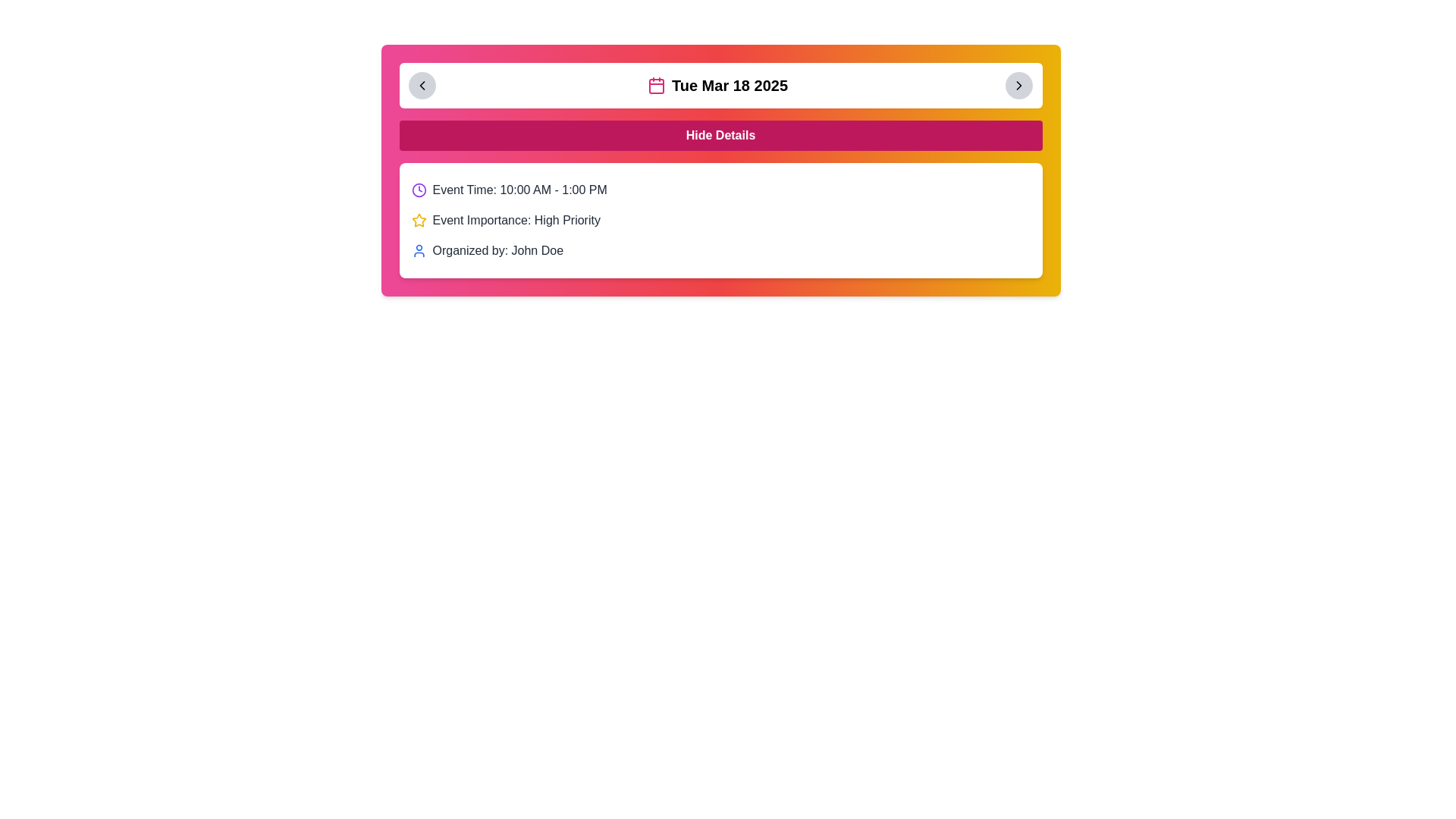 The image size is (1456, 819). What do you see at coordinates (419, 189) in the screenshot?
I see `the purple clock icon located in the 'Event Time: 10:00 AM - 1:00 PM' section, which is the leftmost icon preceding the text` at bounding box center [419, 189].